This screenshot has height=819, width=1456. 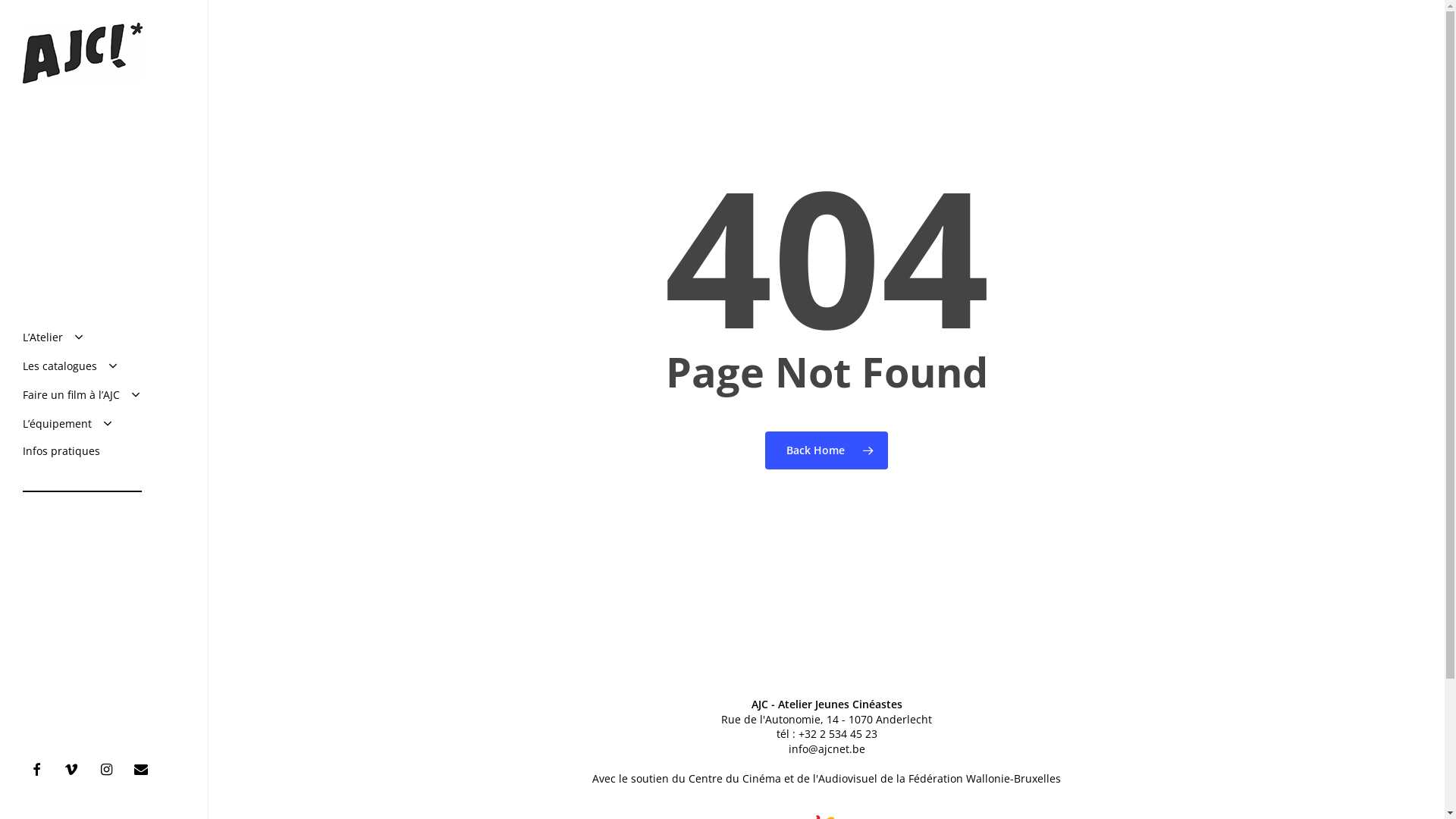 I want to click on 'Back Home', so click(x=825, y=449).